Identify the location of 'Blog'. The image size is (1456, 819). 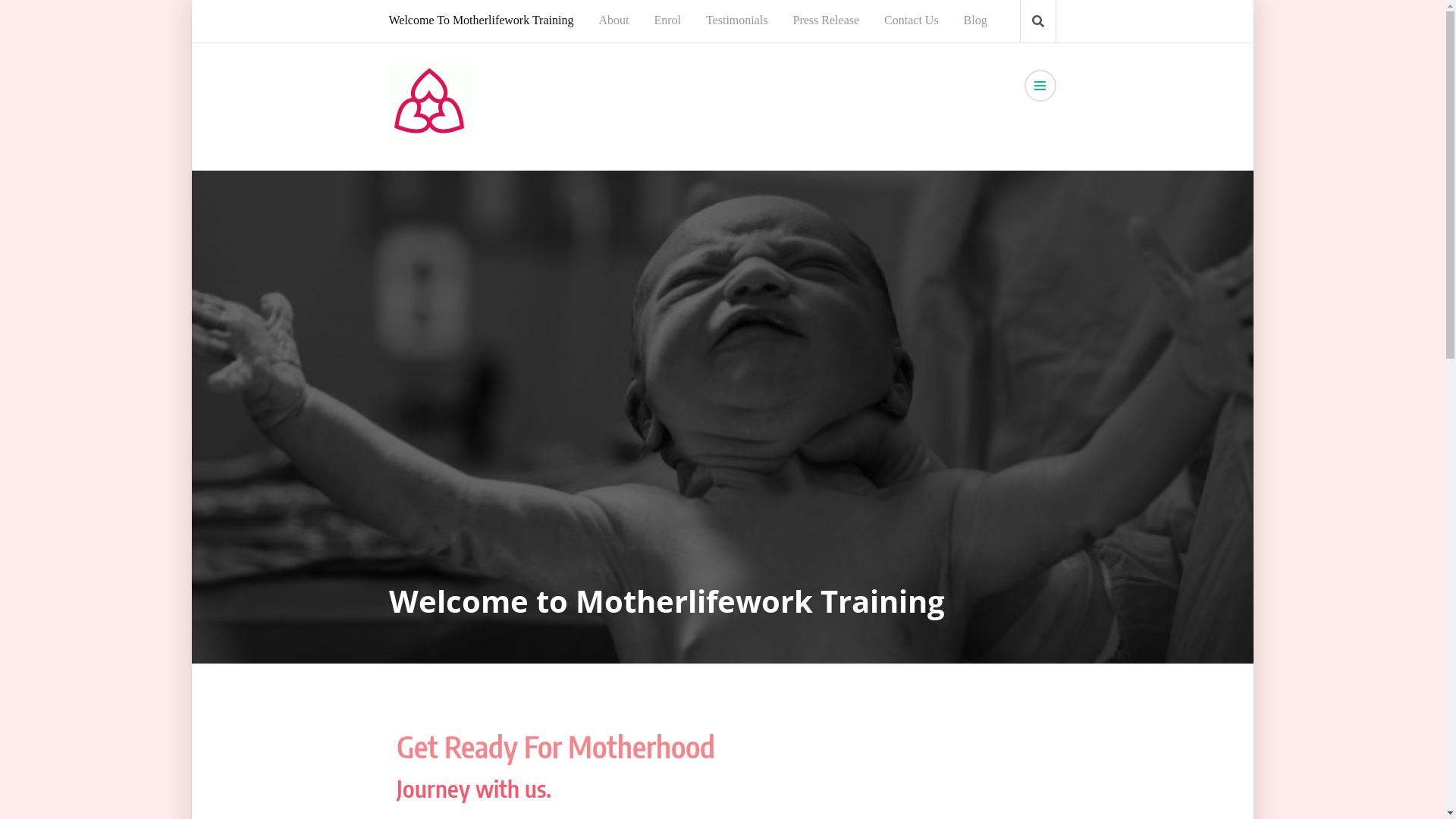
(975, 20).